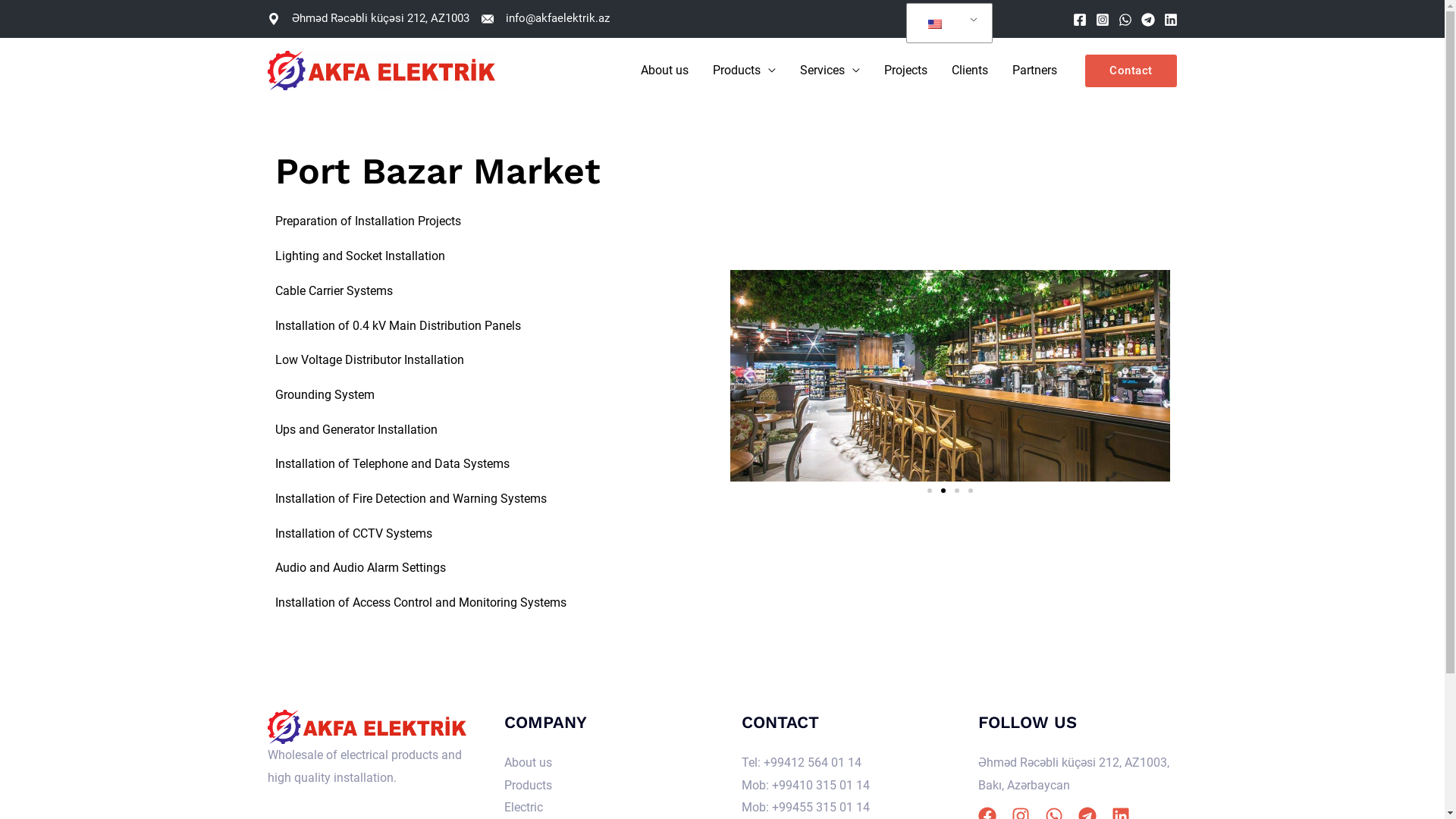 This screenshot has width=1456, height=819. I want to click on 'Products', so click(504, 785).